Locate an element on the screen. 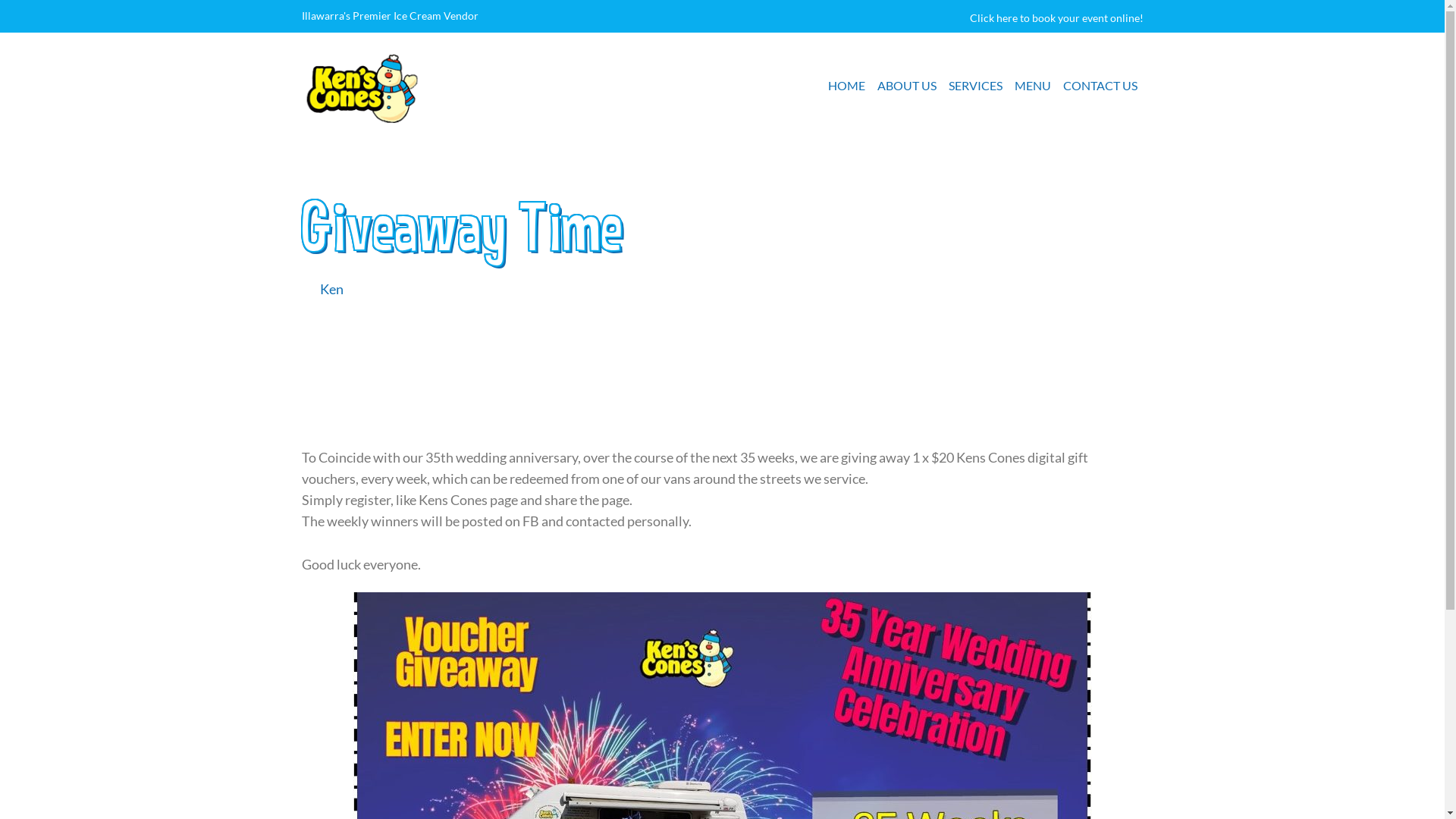  'HOME' is located at coordinates (846, 85).